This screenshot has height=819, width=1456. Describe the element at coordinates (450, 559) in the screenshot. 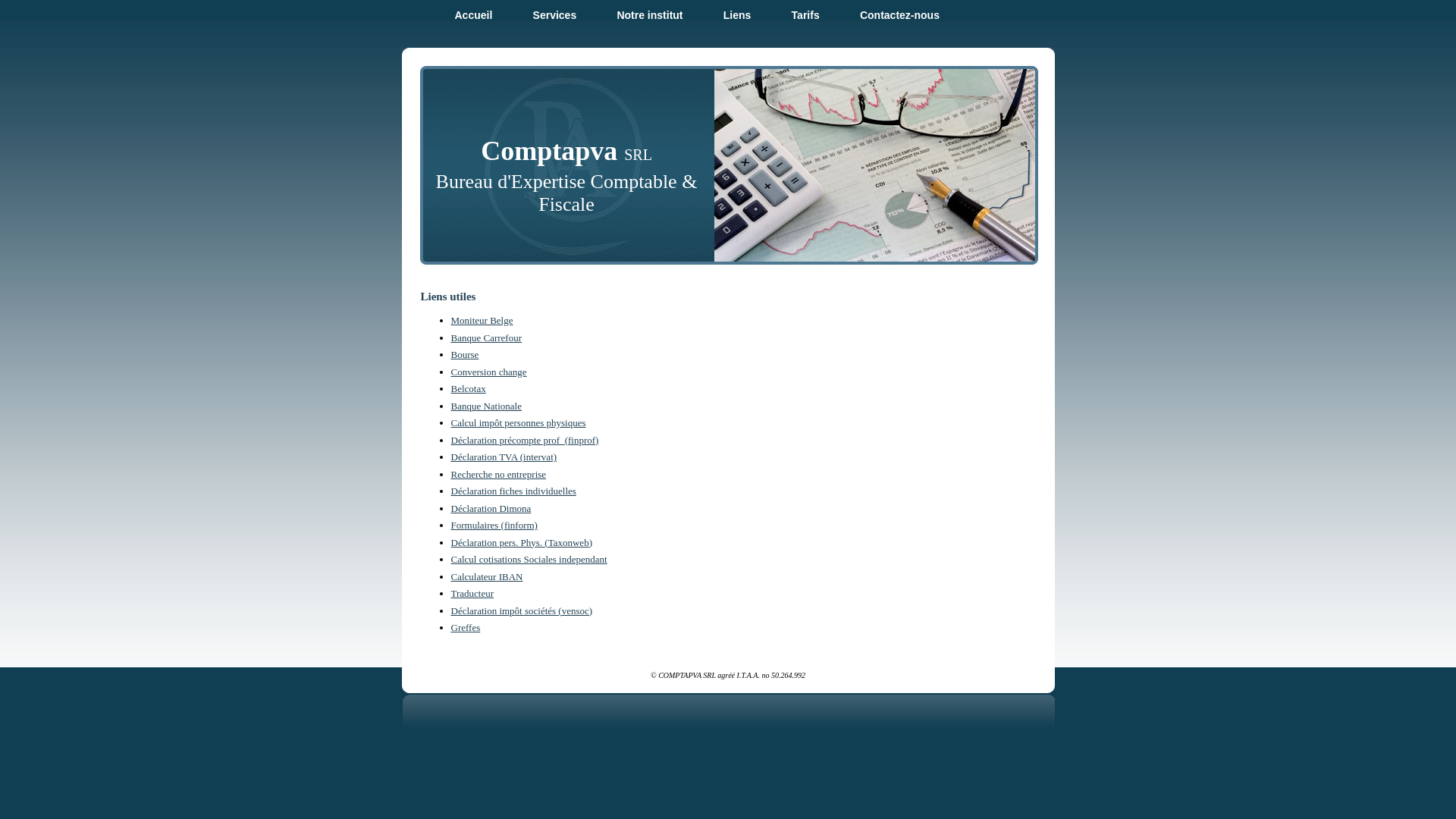

I see `'Calcul cotisations Sociales independant'` at that location.